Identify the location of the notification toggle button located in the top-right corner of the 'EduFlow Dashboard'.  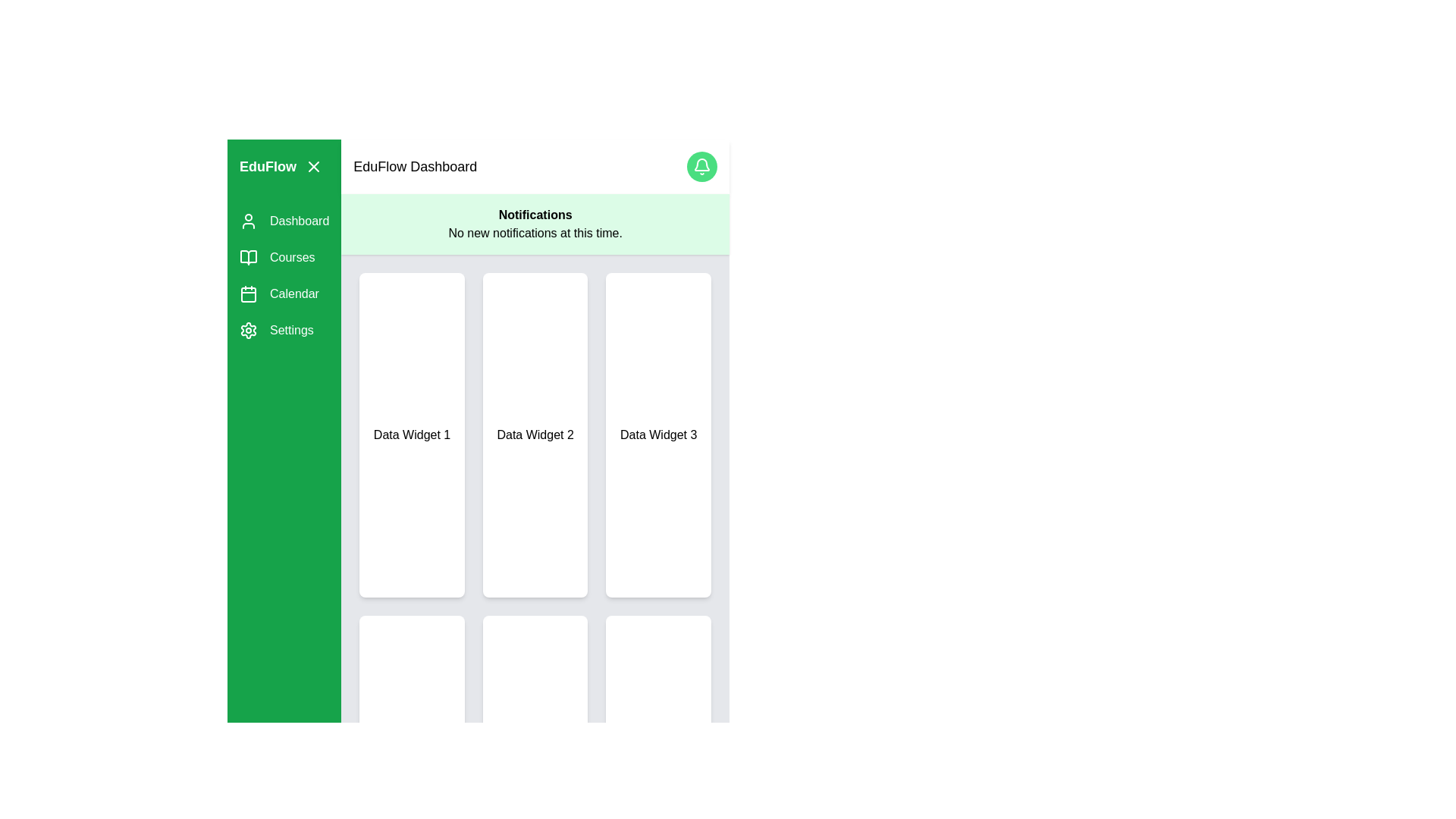
(701, 166).